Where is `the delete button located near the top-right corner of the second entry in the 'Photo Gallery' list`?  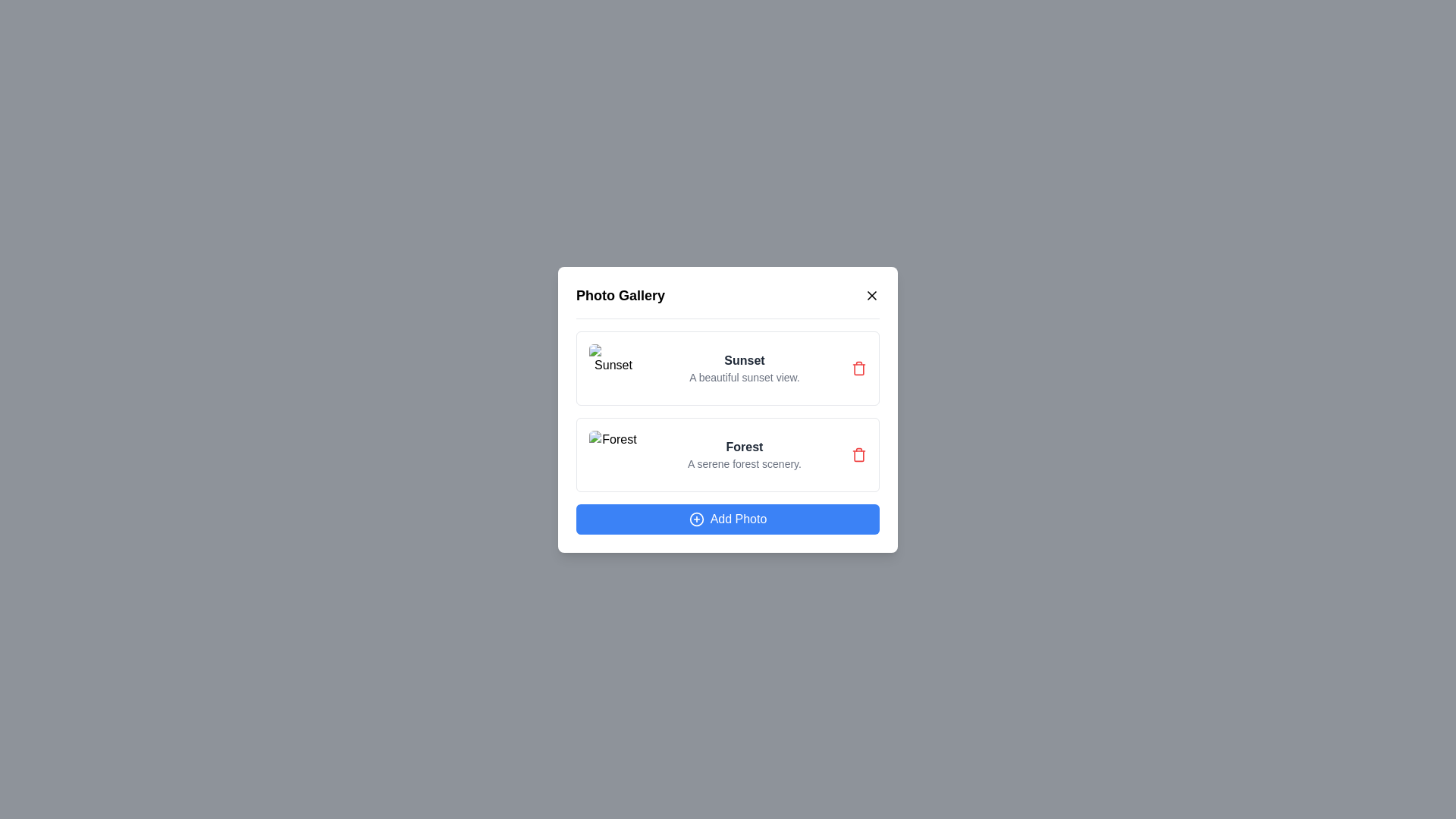 the delete button located near the top-right corner of the second entry in the 'Photo Gallery' list is located at coordinates (858, 453).